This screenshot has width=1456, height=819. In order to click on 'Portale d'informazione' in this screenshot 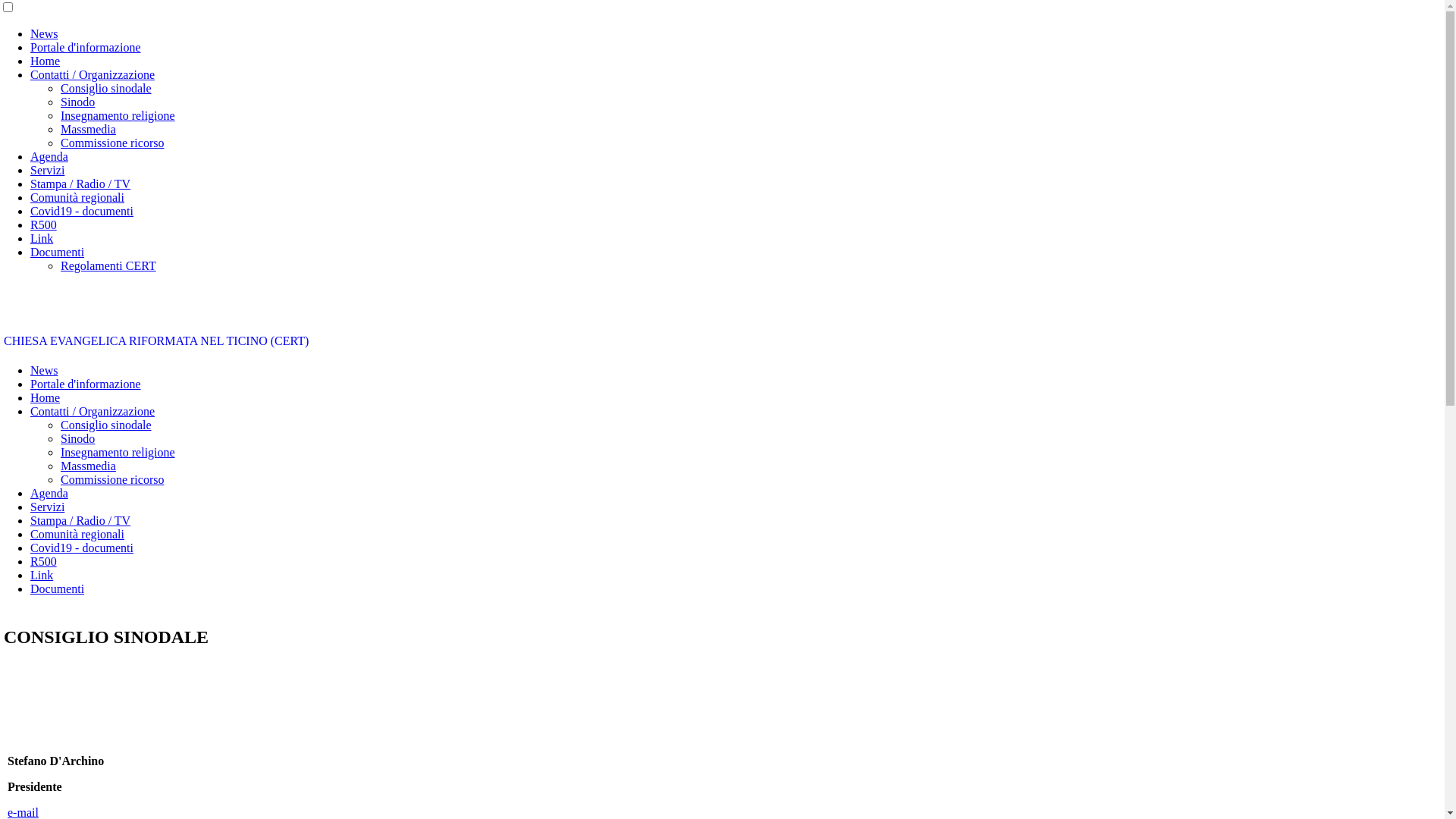, I will do `click(85, 383)`.